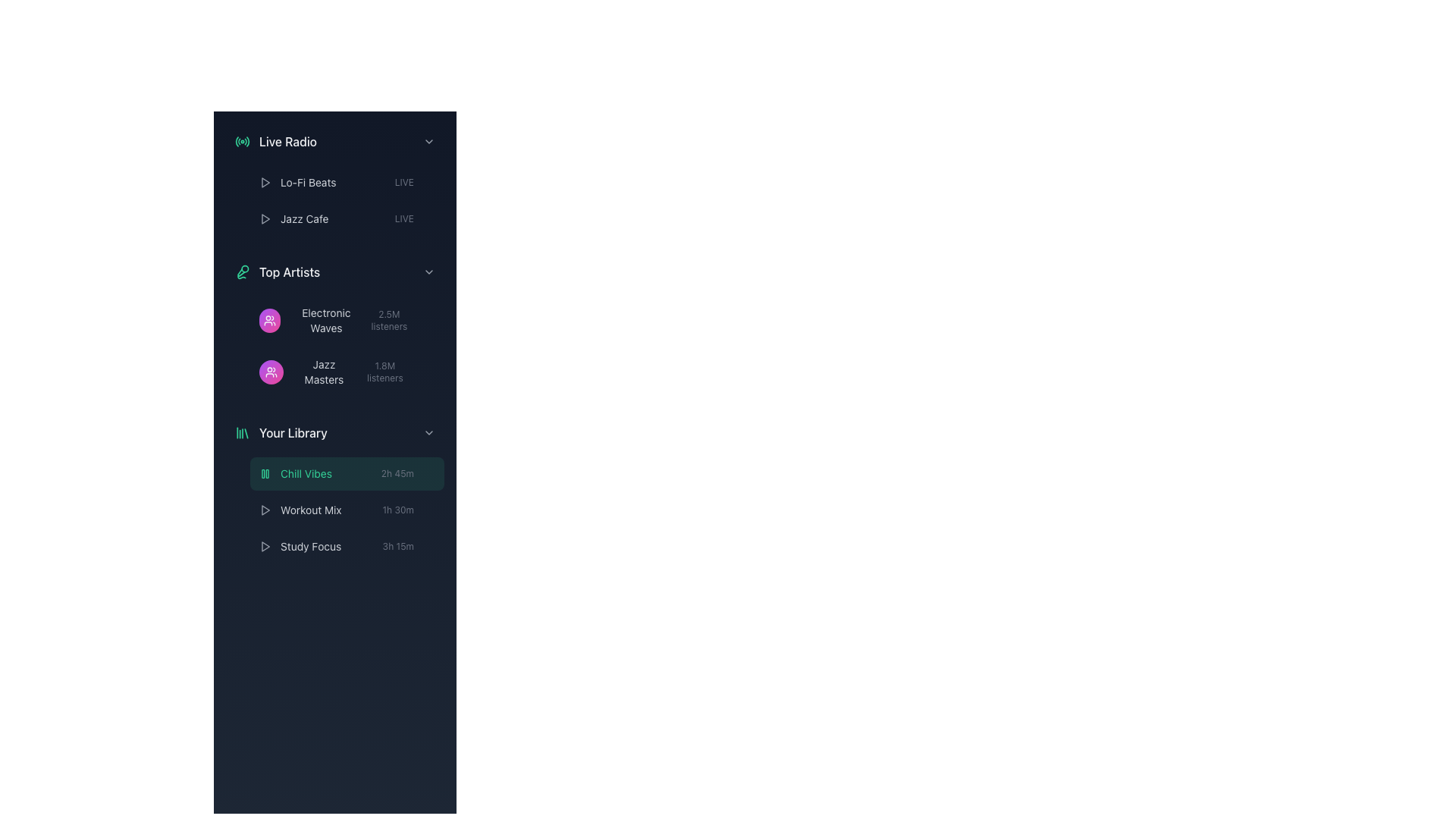 This screenshot has height=819, width=1456. Describe the element at coordinates (265, 219) in the screenshot. I see `the play button, which appears as a triangular glyph styled in gray and turns green upon interaction, located under the 'Jazz Cafe' text in the 'Live Radio' section` at that location.